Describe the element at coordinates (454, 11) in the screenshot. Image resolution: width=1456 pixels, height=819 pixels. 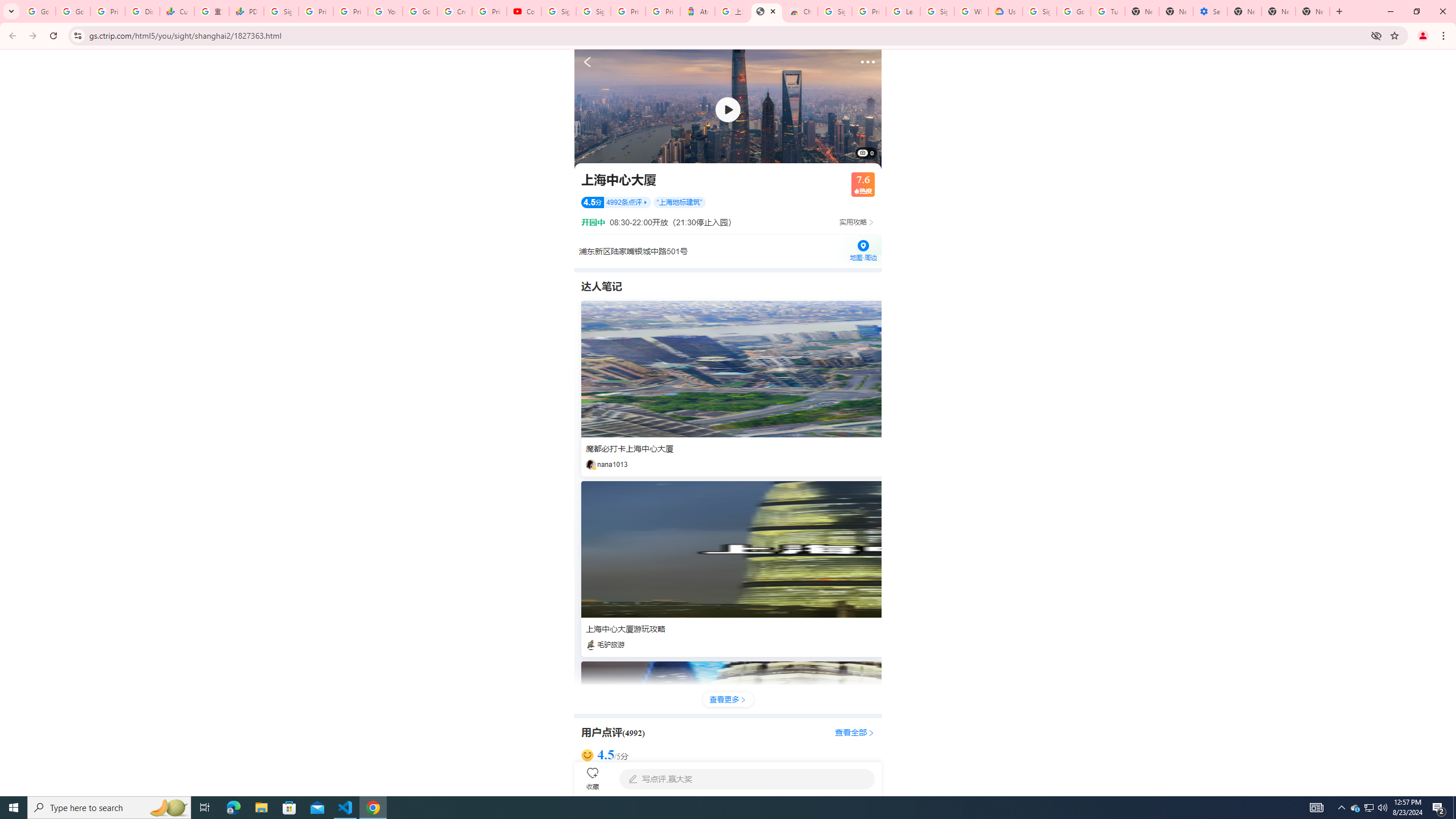
I see `'Create your Google Account'` at that location.